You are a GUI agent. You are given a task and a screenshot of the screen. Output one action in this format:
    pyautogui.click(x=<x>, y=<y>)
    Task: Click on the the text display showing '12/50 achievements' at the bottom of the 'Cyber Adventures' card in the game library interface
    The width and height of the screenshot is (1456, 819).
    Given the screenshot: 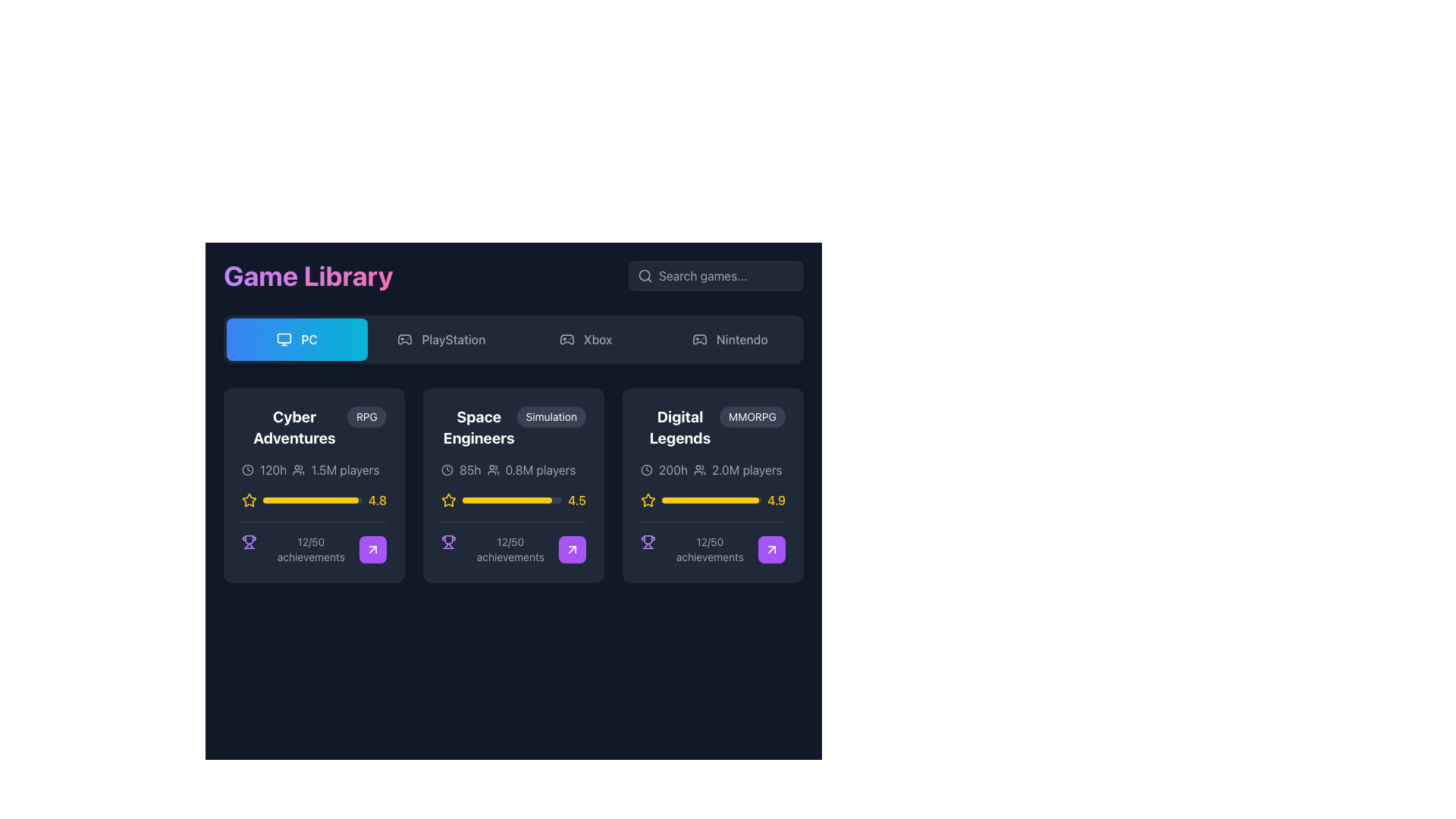 What is the action you would take?
    pyautogui.click(x=310, y=550)
    